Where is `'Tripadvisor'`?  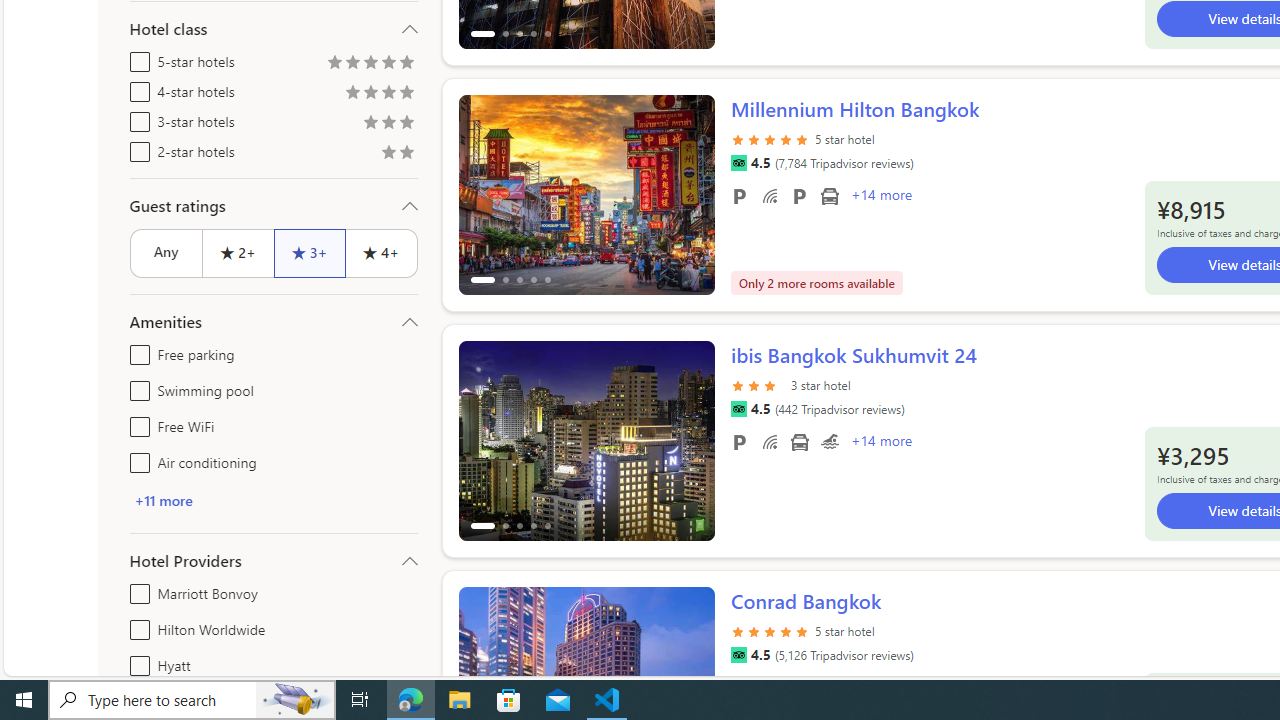 'Tripadvisor' is located at coordinates (737, 655).